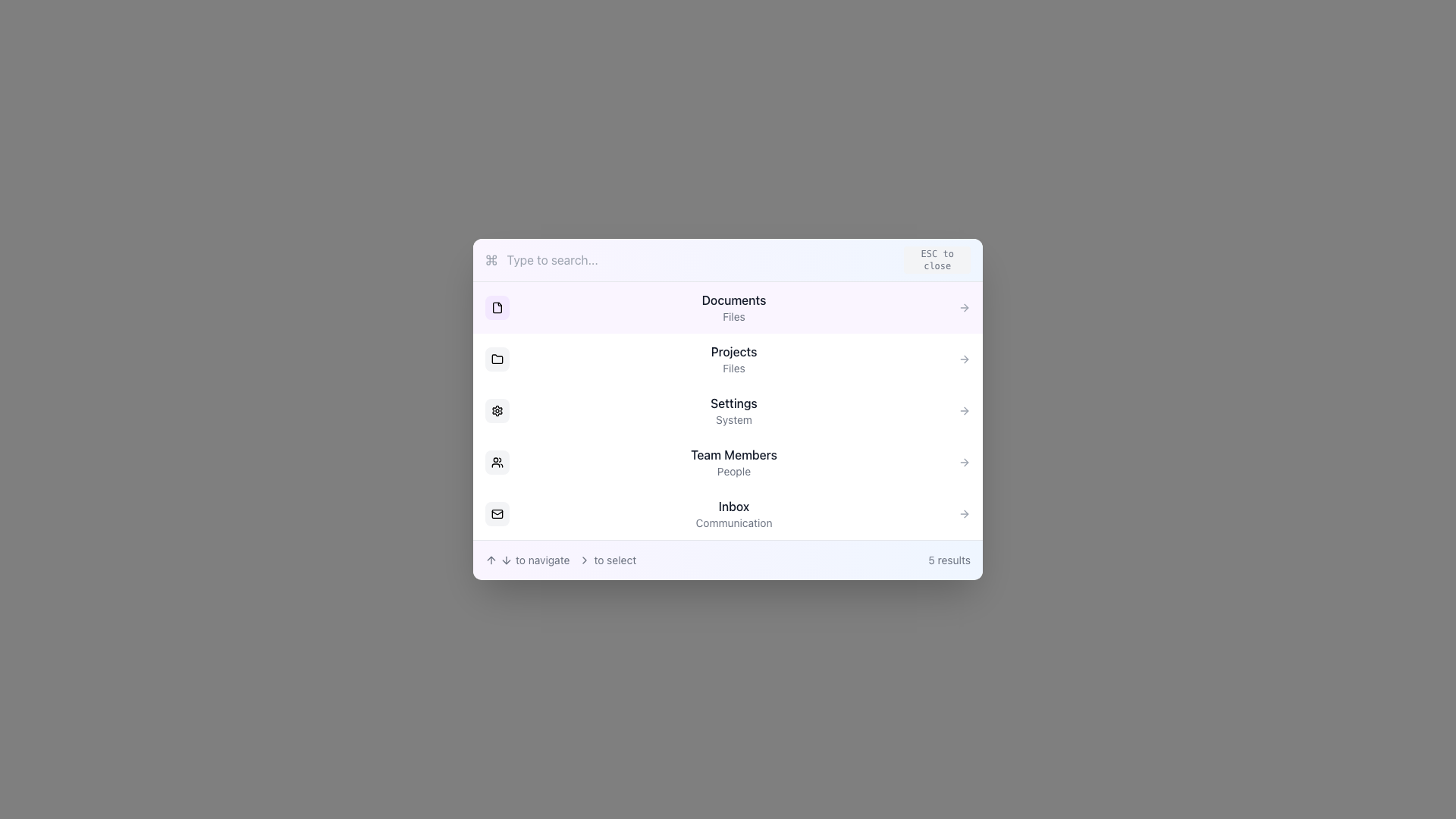  What do you see at coordinates (497, 513) in the screenshot?
I see `the envelope icon located in the fifth row on the leftmost side, adjacent to the 'Inbox' label` at bounding box center [497, 513].